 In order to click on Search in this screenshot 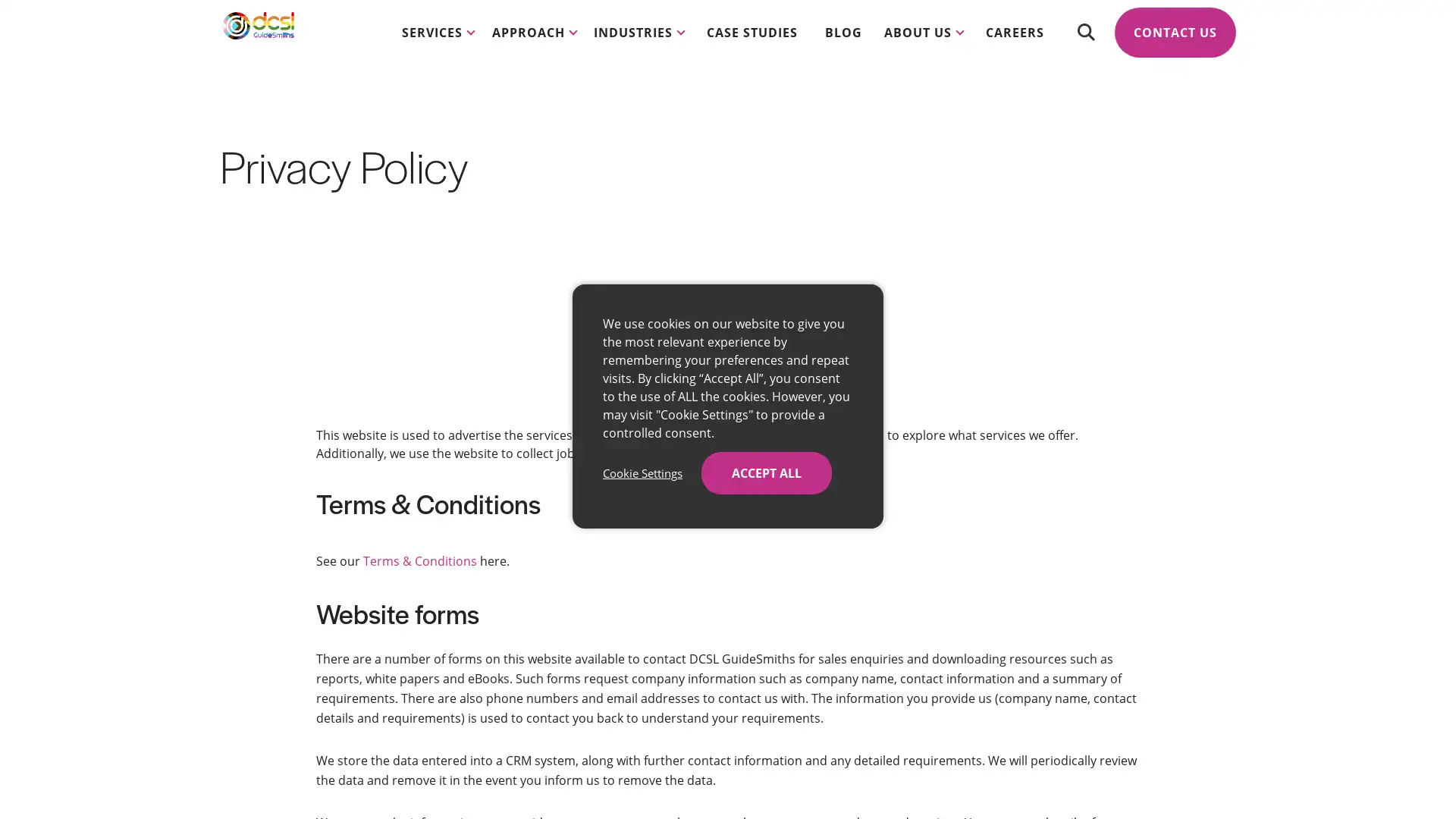, I will do `click(1084, 45)`.